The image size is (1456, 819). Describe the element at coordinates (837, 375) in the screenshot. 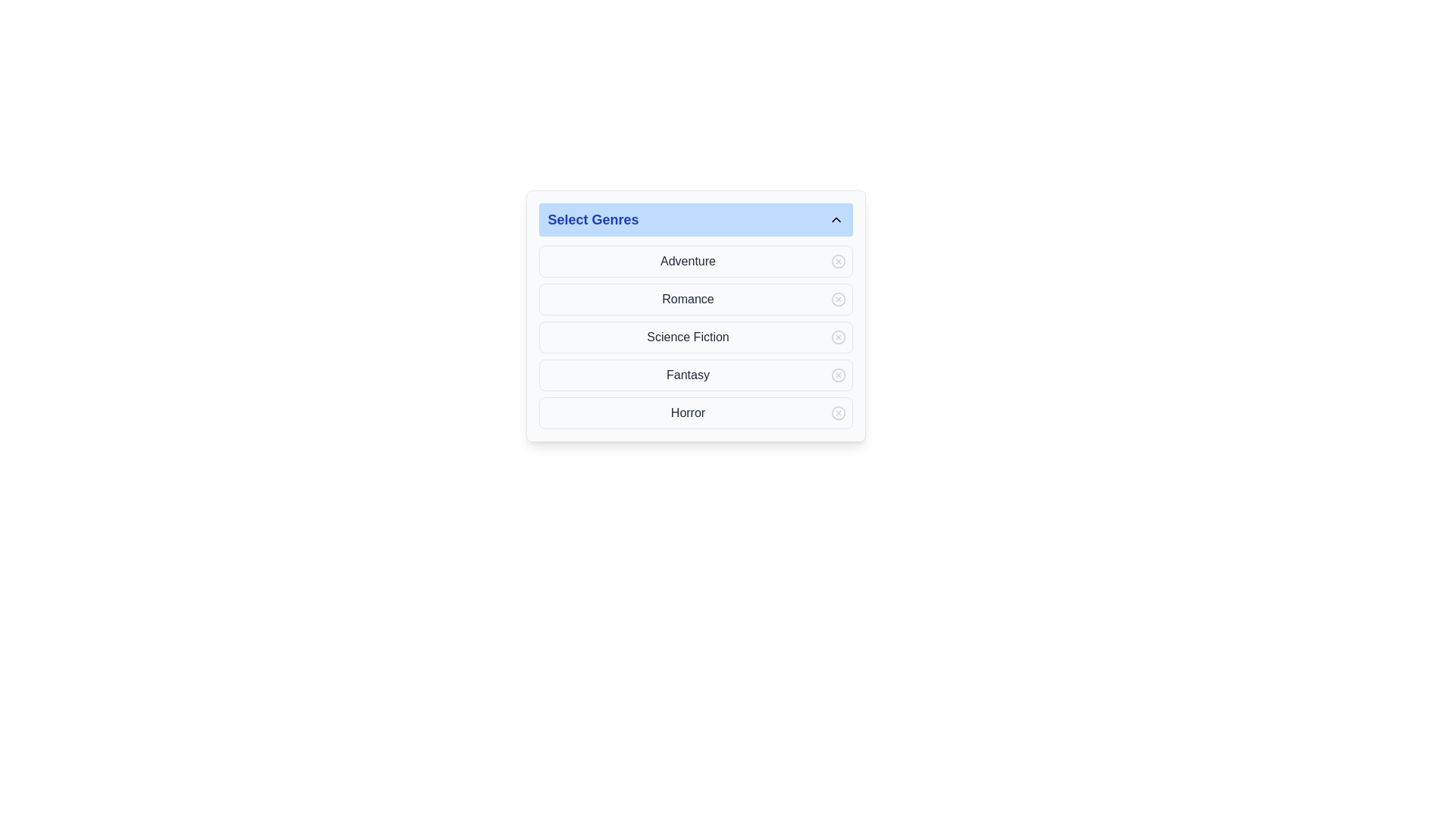

I see `the small circular icon button with an 'x' symbol, located to the right of the 'Fantasy' label` at that location.